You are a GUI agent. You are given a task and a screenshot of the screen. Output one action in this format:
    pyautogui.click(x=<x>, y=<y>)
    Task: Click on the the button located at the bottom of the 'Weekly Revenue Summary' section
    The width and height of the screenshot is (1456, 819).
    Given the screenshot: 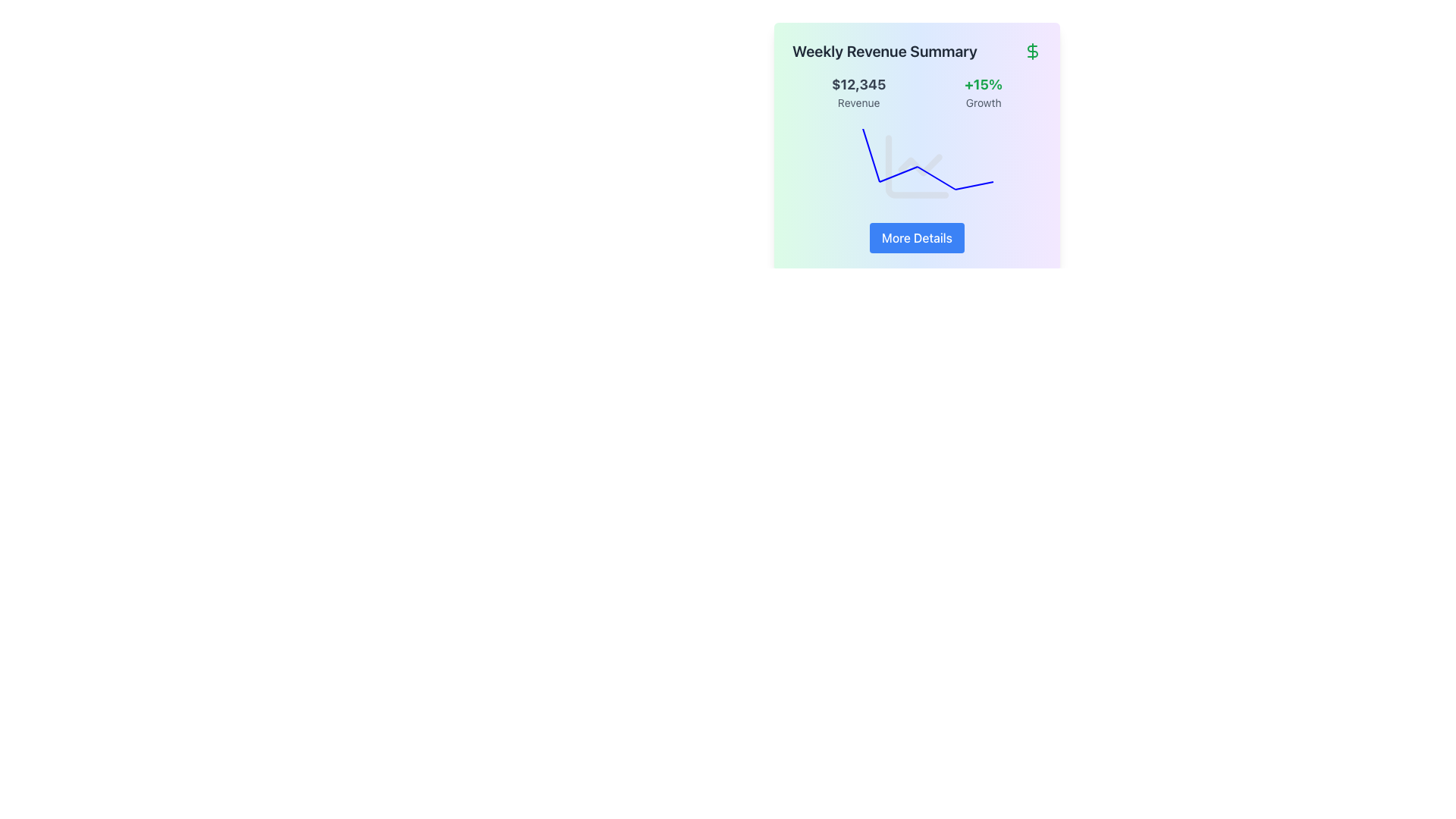 What is the action you would take?
    pyautogui.click(x=916, y=237)
    